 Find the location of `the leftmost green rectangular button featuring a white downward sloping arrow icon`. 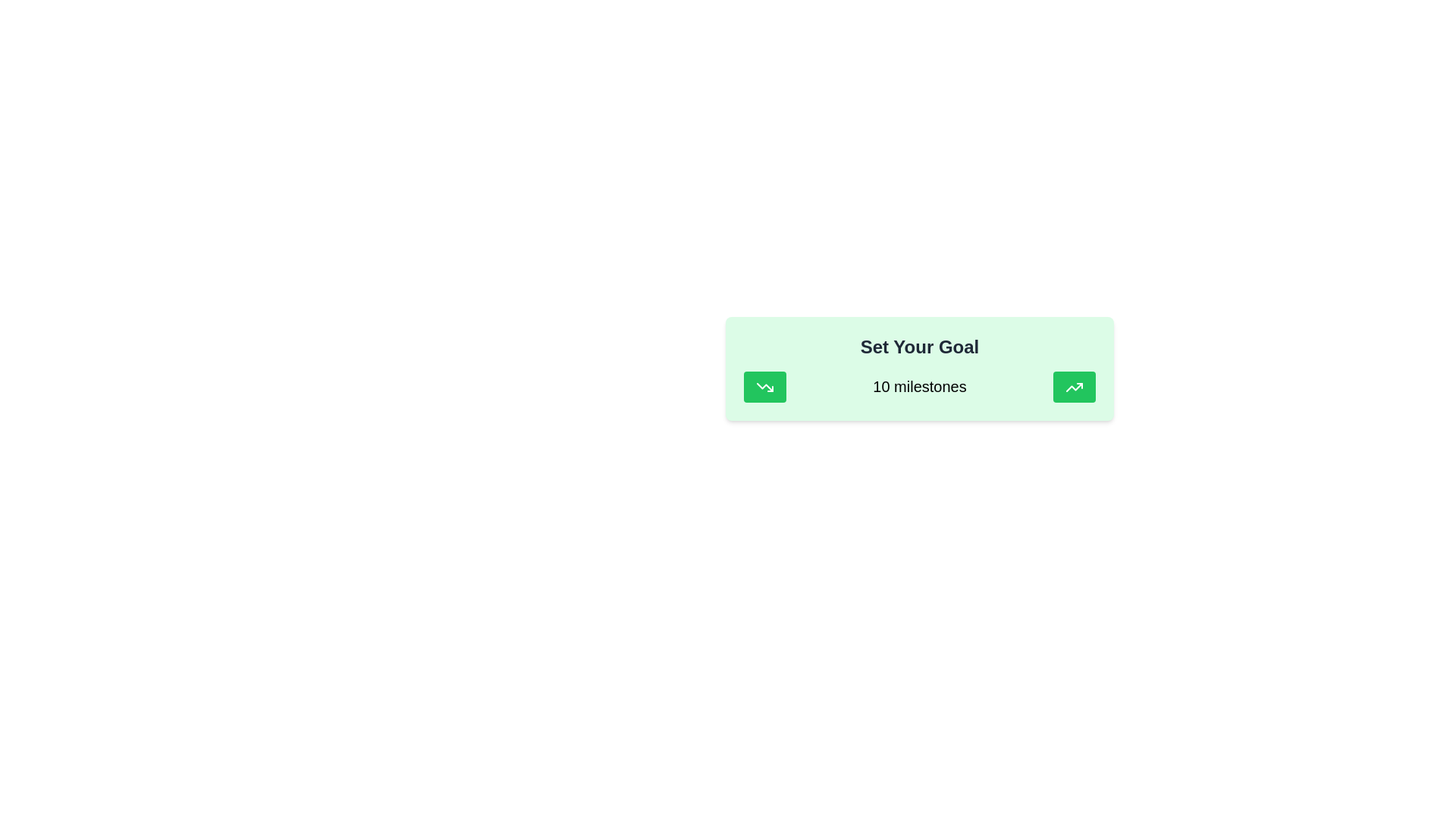

the leftmost green rectangular button featuring a white downward sloping arrow icon is located at coordinates (764, 385).